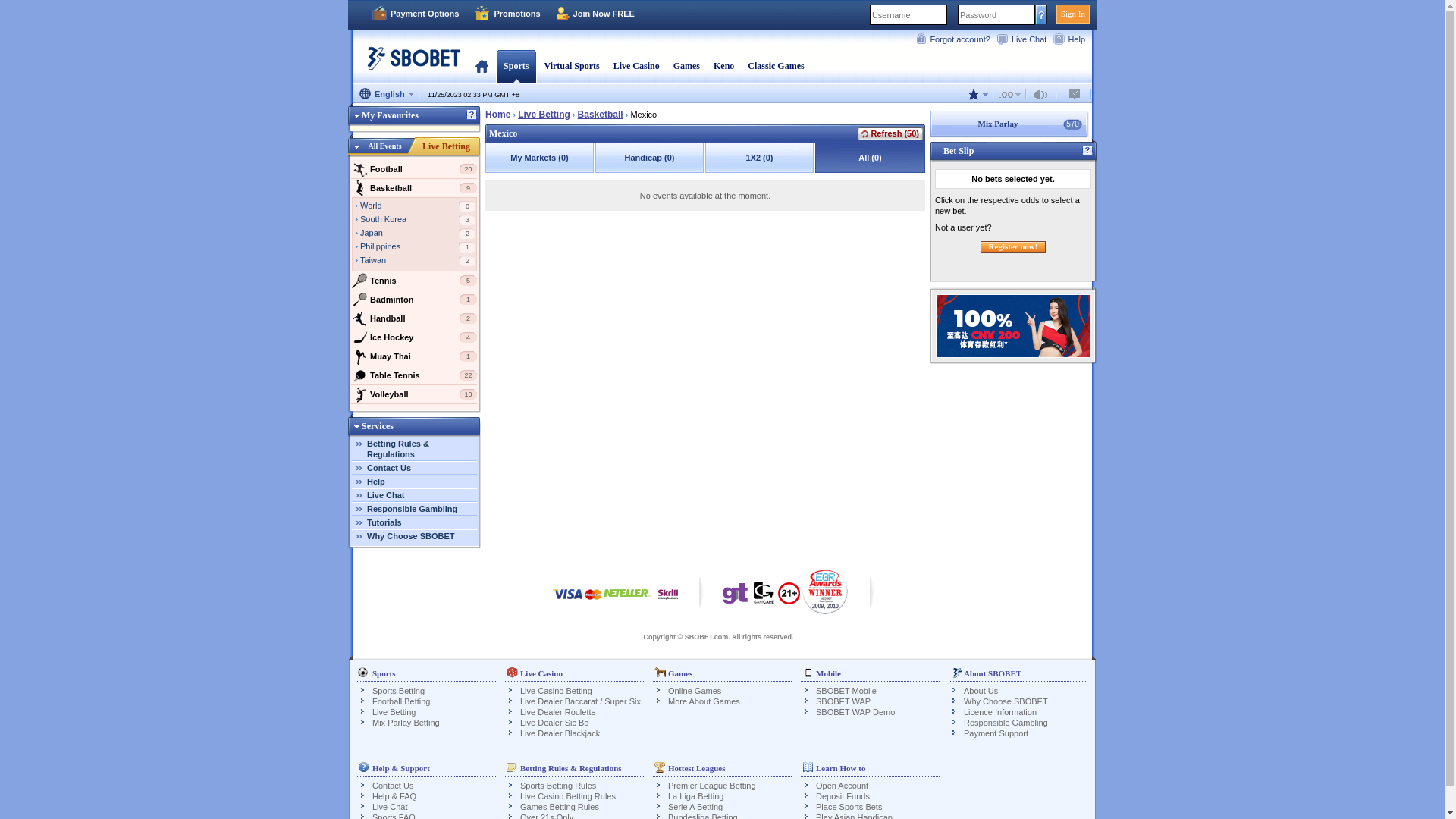  Describe the element at coordinates (350, 169) in the screenshot. I see `'Football` at that location.